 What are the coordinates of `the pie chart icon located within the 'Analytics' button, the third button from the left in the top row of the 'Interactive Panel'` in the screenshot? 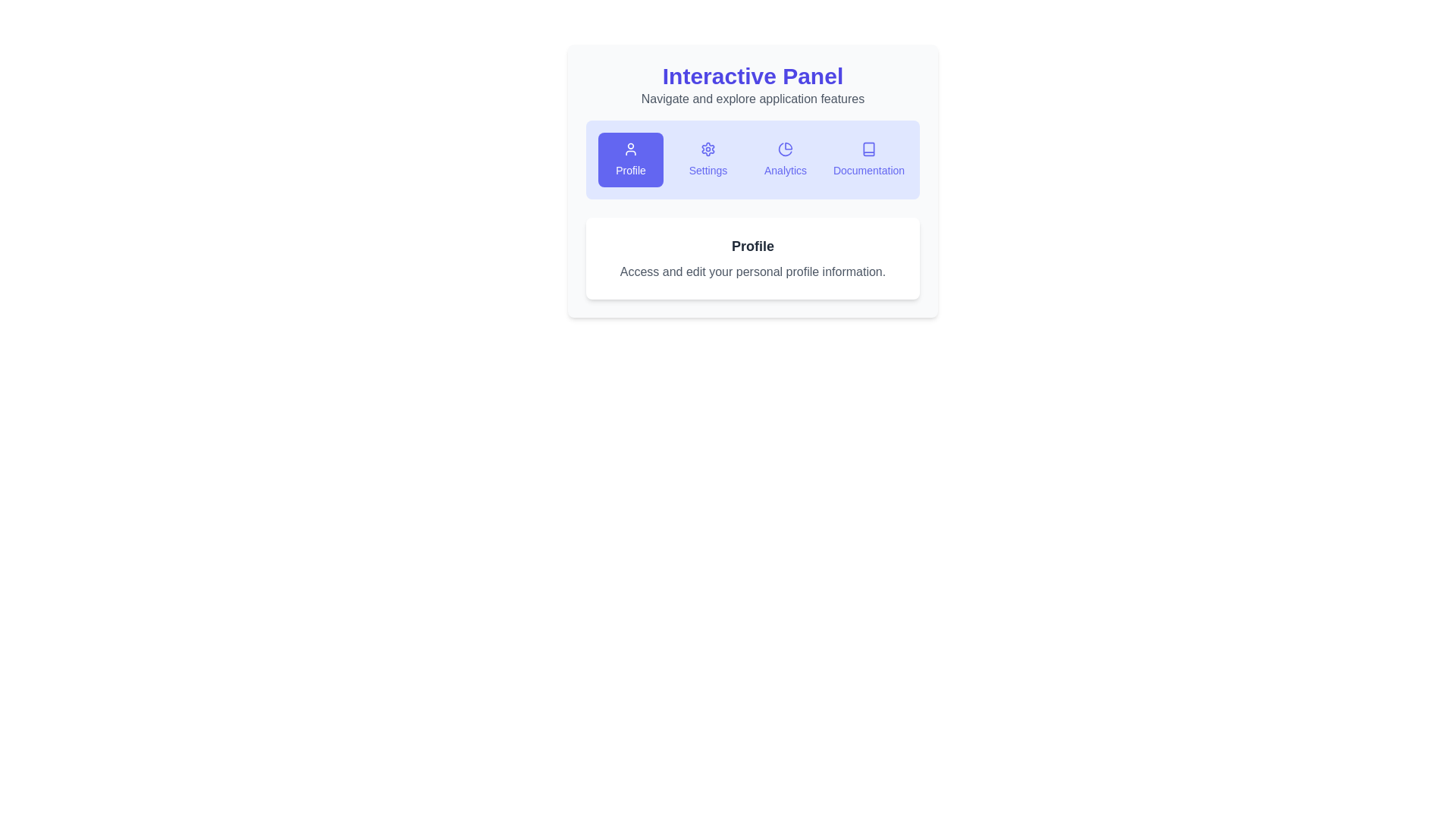 It's located at (786, 149).